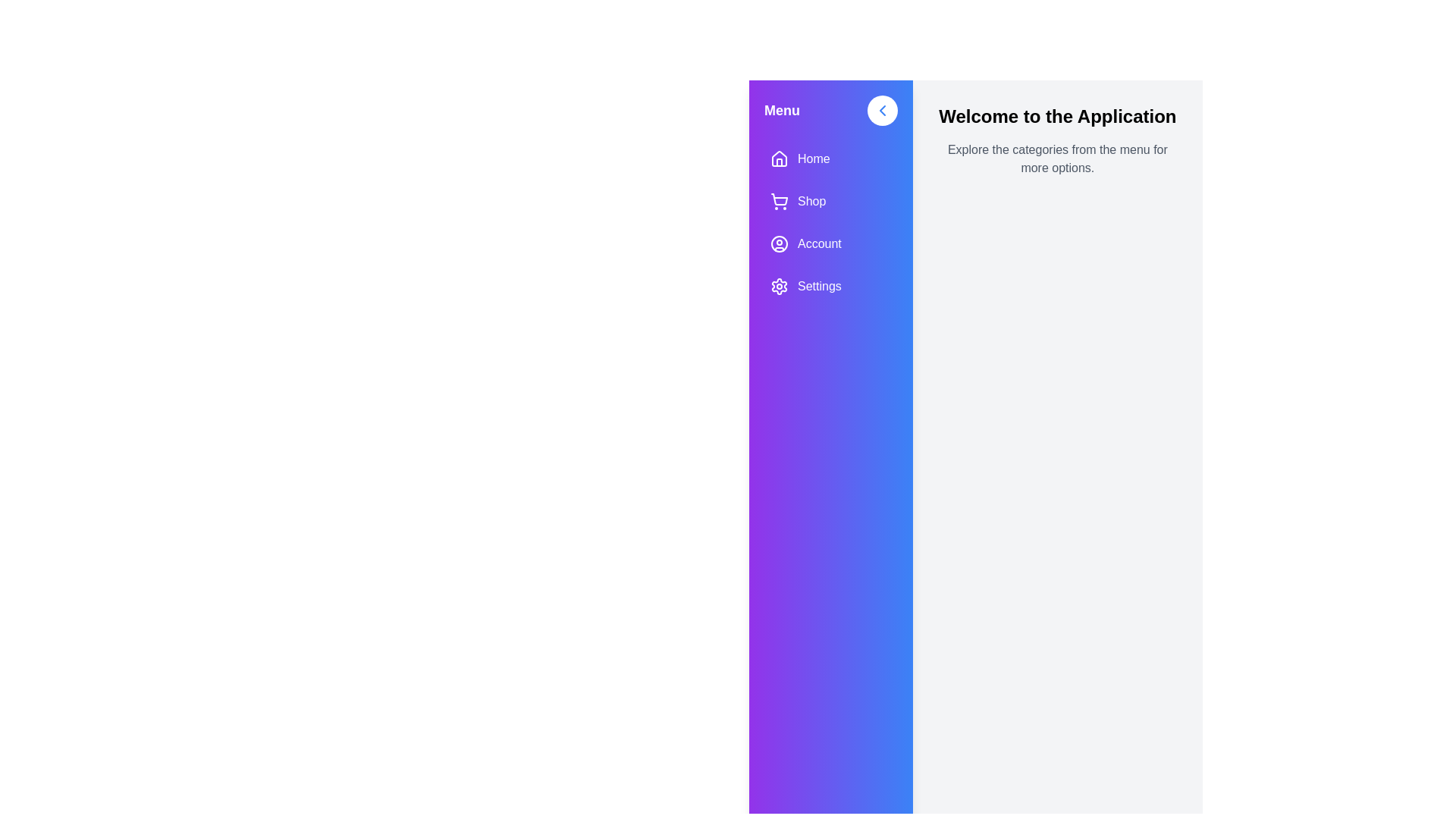  Describe the element at coordinates (1056, 116) in the screenshot. I see `the text block displaying 'Welcome to the Application', which is styled in bold and large font, located at the top of the main content area` at that location.